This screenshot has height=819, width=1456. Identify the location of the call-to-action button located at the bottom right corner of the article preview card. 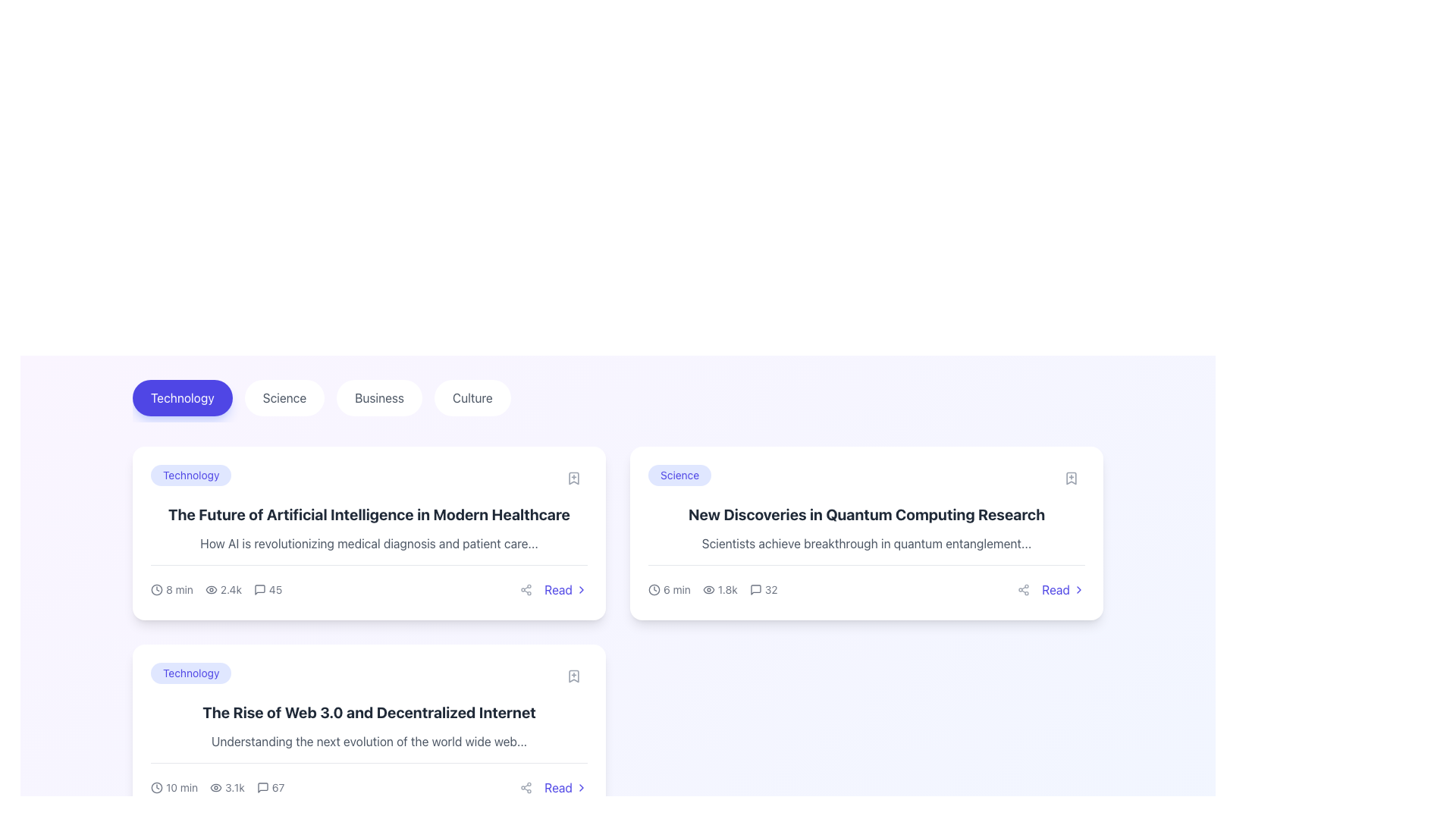
(565, 786).